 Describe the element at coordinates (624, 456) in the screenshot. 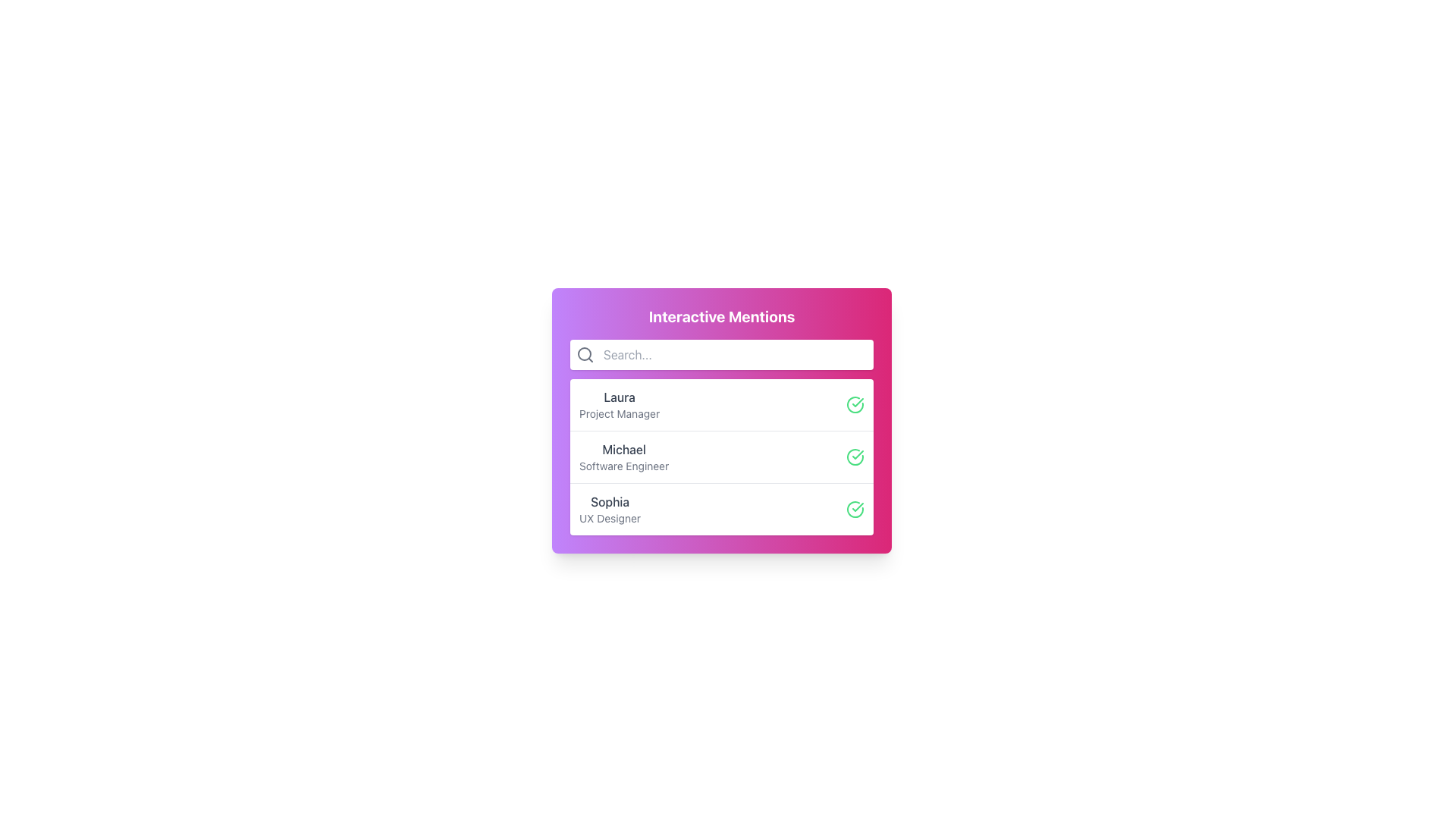

I see `the Text display block that conveys the name and job title of 'Michael', located below 'Laura, Project Manager' and above 'Sophia, UX Designer' in a vertically stacked list` at that location.